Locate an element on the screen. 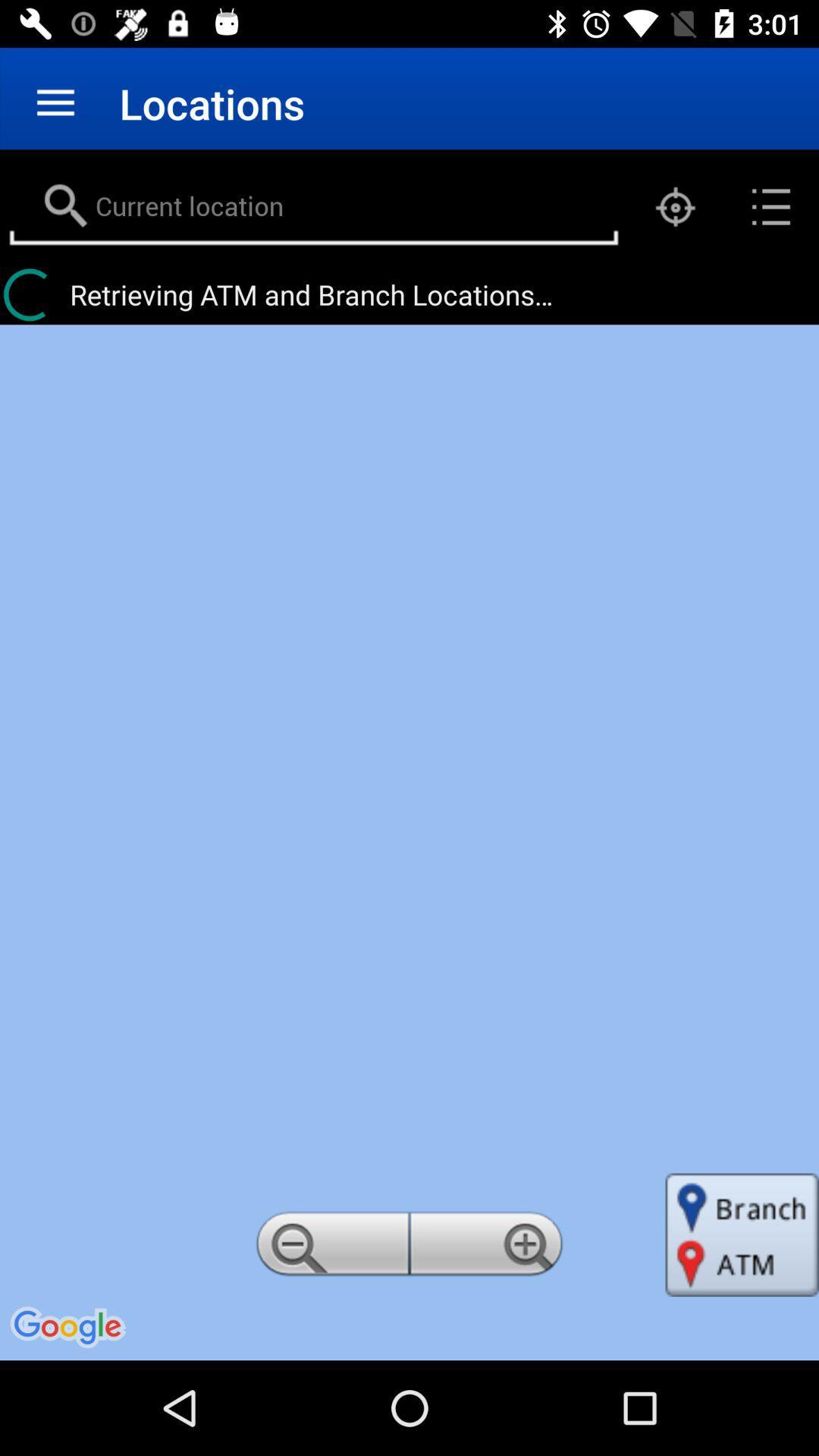 The height and width of the screenshot is (1456, 819). the list icon is located at coordinates (771, 206).